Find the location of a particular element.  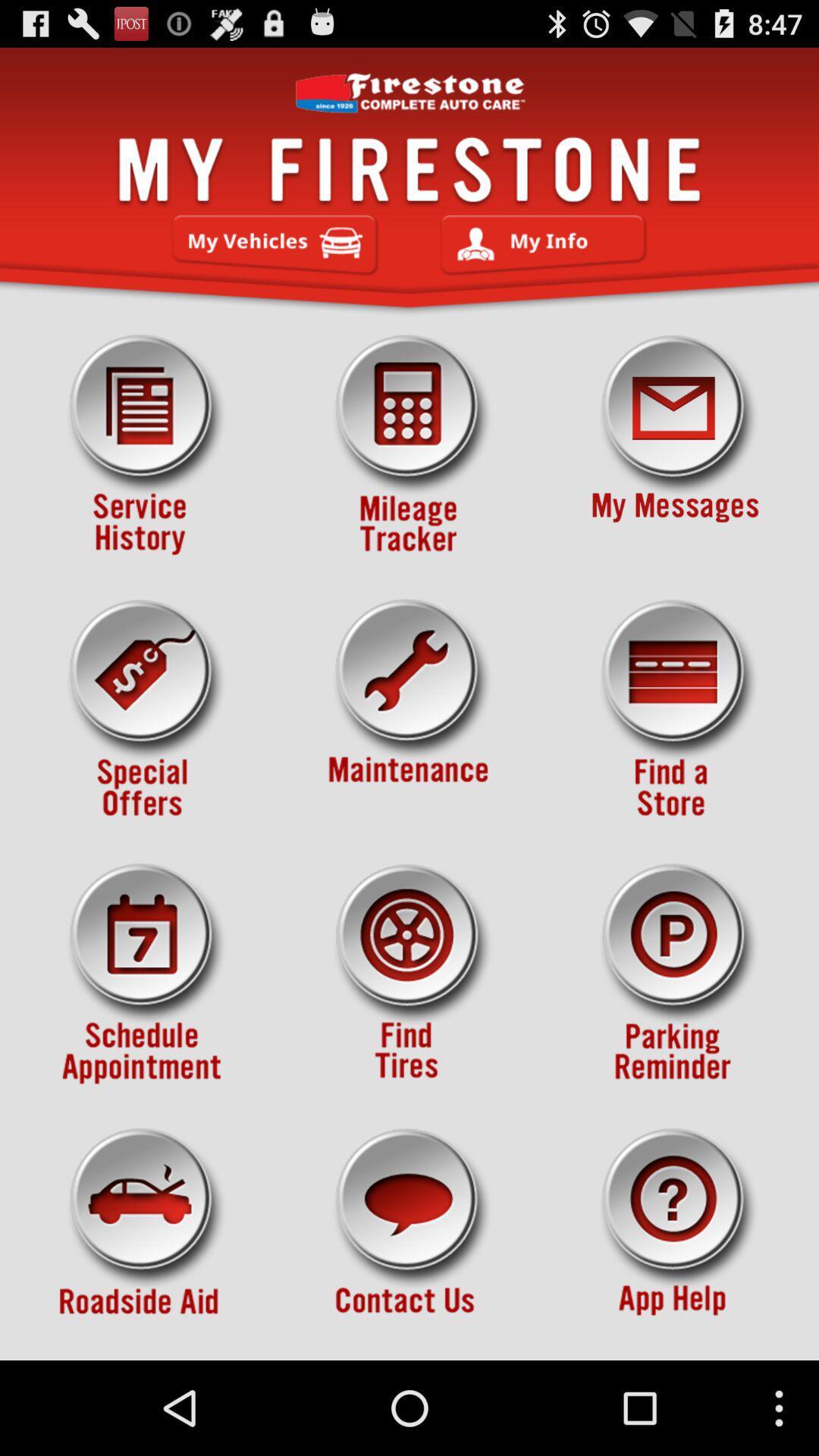

set date is located at coordinates (143, 974).